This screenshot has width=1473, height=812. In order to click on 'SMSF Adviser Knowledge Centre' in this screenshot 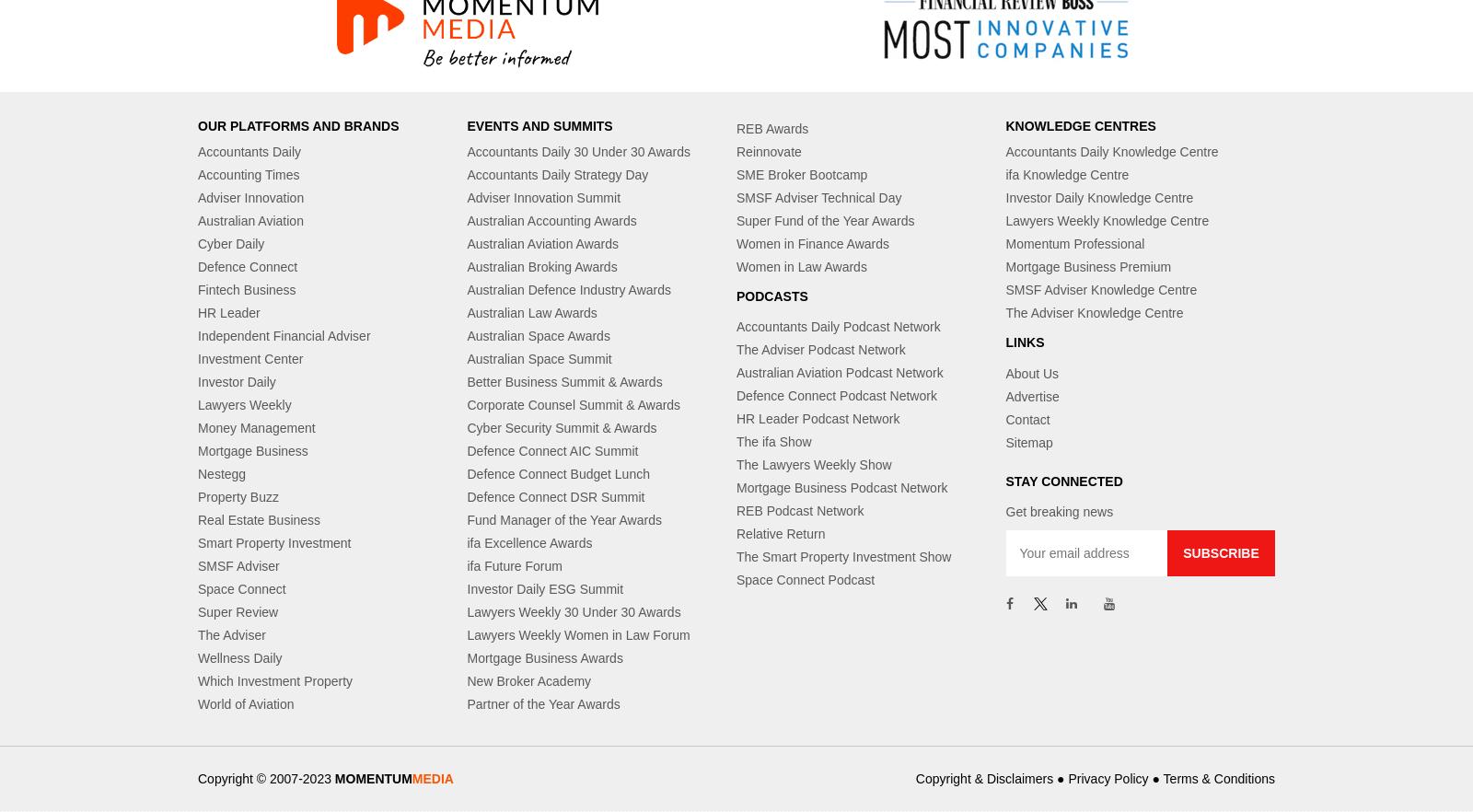, I will do `click(1101, 288)`.